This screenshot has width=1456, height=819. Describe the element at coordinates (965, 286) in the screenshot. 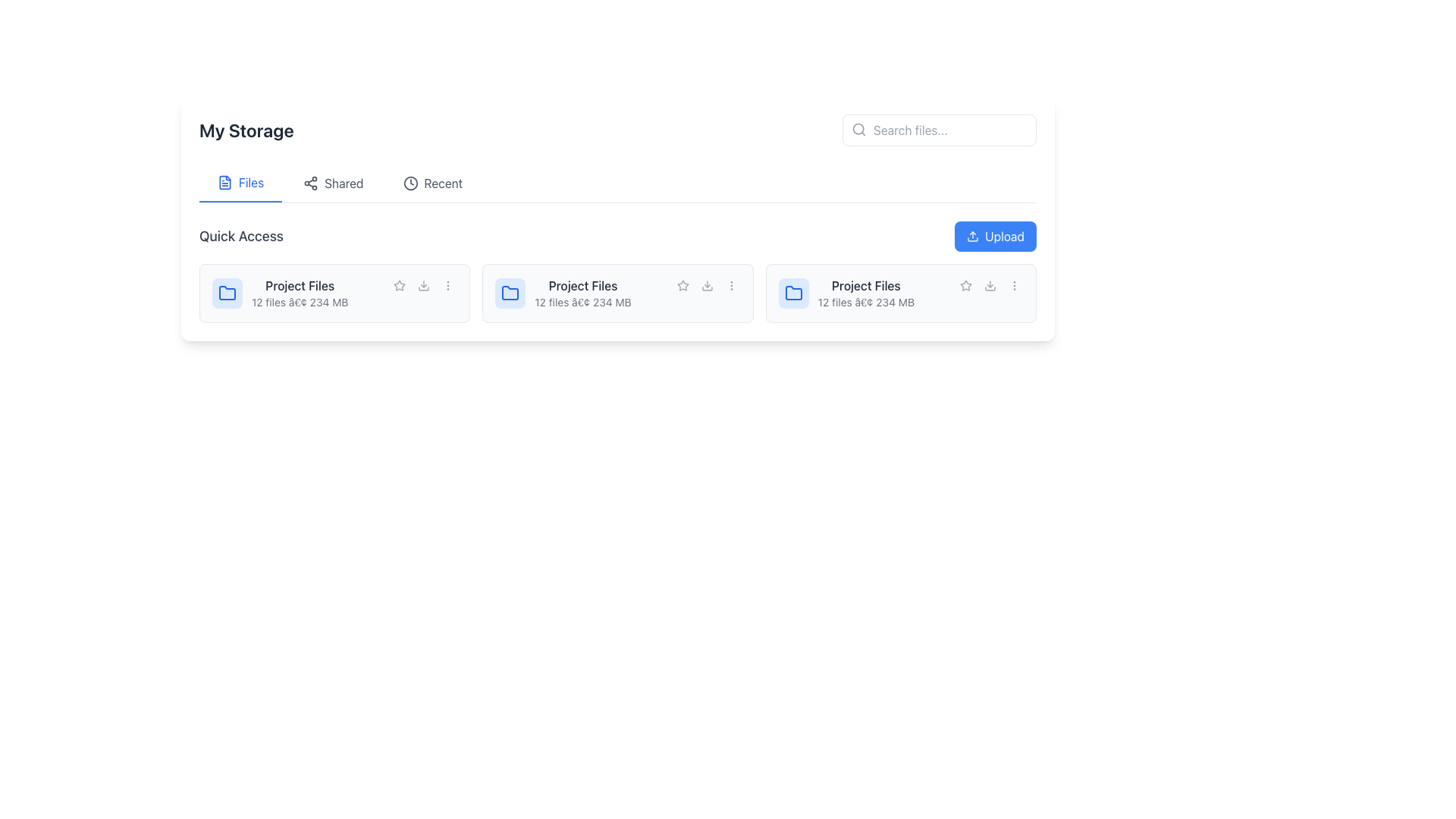

I see `the star icon with a gray outline` at that location.